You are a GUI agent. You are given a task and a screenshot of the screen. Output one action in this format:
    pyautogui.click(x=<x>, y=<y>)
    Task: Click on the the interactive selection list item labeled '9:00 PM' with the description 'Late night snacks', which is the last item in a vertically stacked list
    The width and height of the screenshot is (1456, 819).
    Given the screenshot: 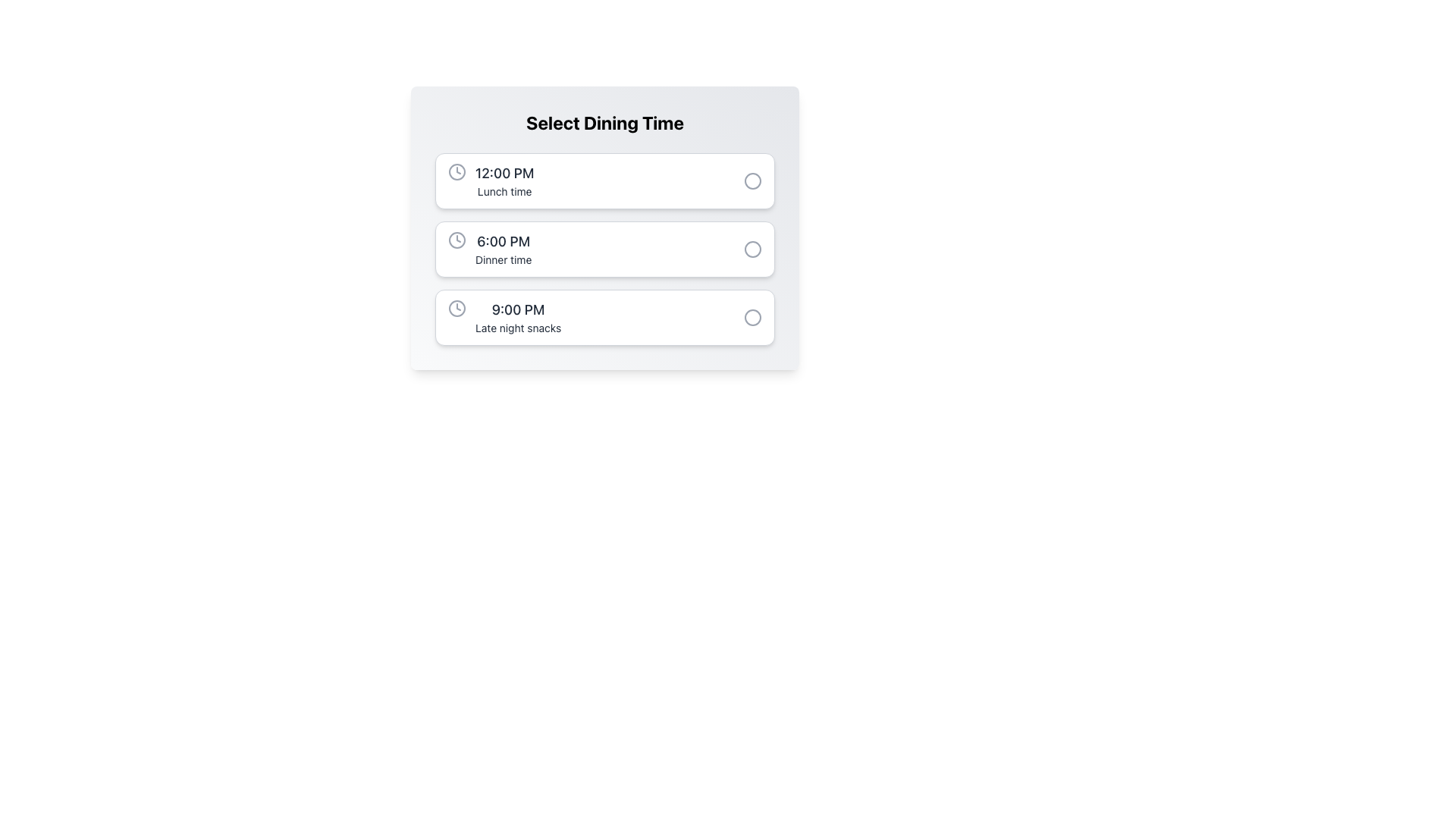 What is the action you would take?
    pyautogui.click(x=604, y=317)
    